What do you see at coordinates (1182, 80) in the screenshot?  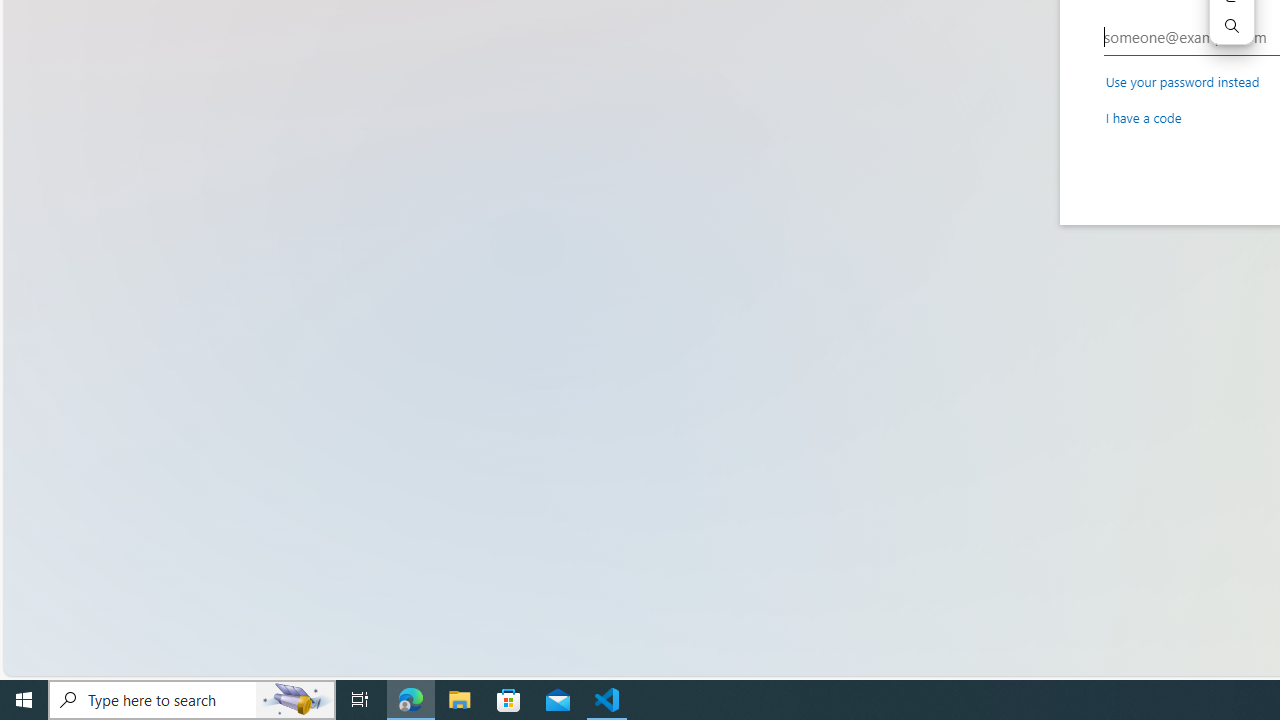 I see `'Use your password instead'` at bounding box center [1182, 80].